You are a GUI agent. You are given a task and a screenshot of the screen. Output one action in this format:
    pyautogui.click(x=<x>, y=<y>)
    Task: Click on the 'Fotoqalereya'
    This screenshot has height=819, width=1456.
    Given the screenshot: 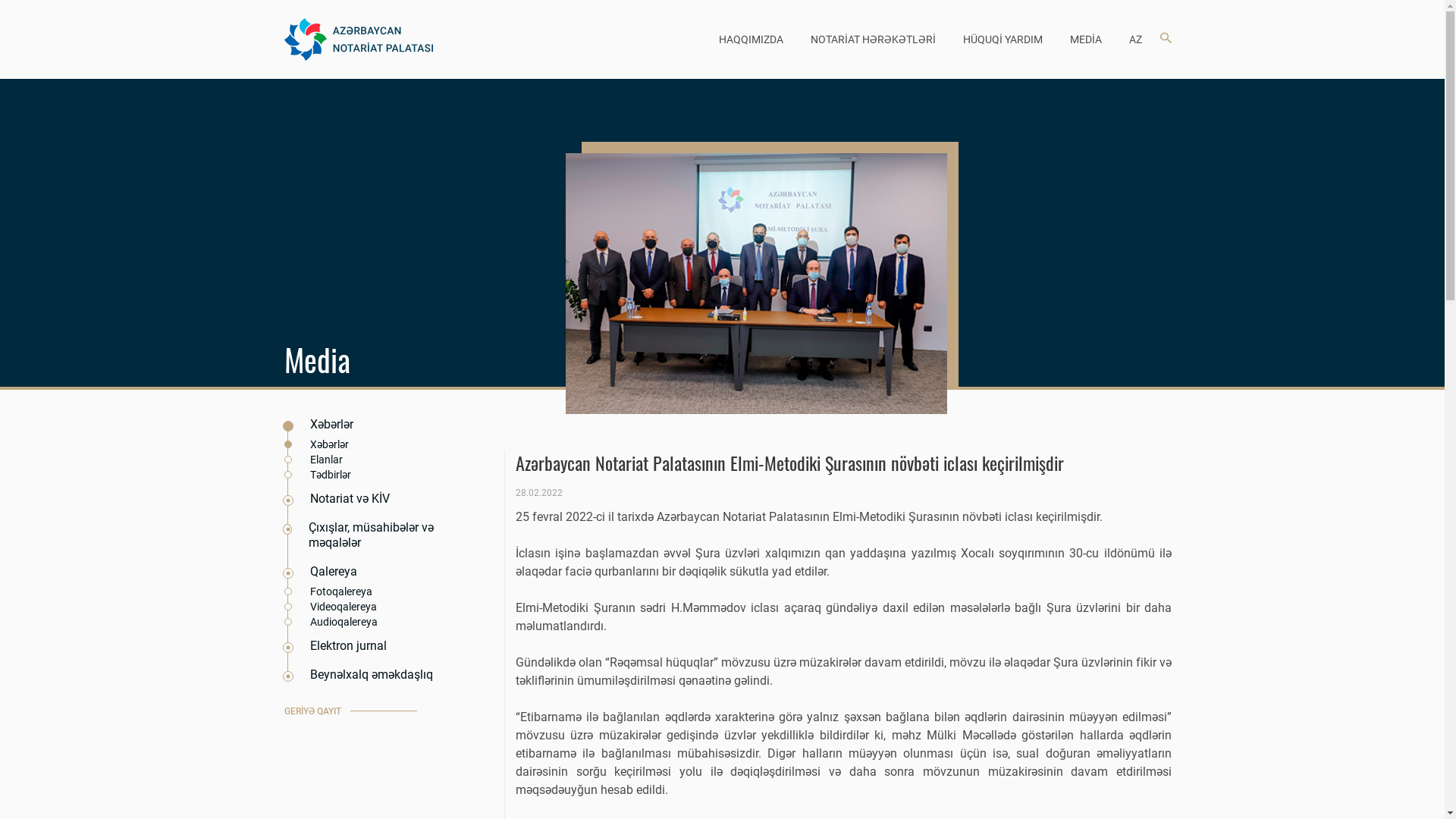 What is the action you would take?
    pyautogui.click(x=284, y=590)
    